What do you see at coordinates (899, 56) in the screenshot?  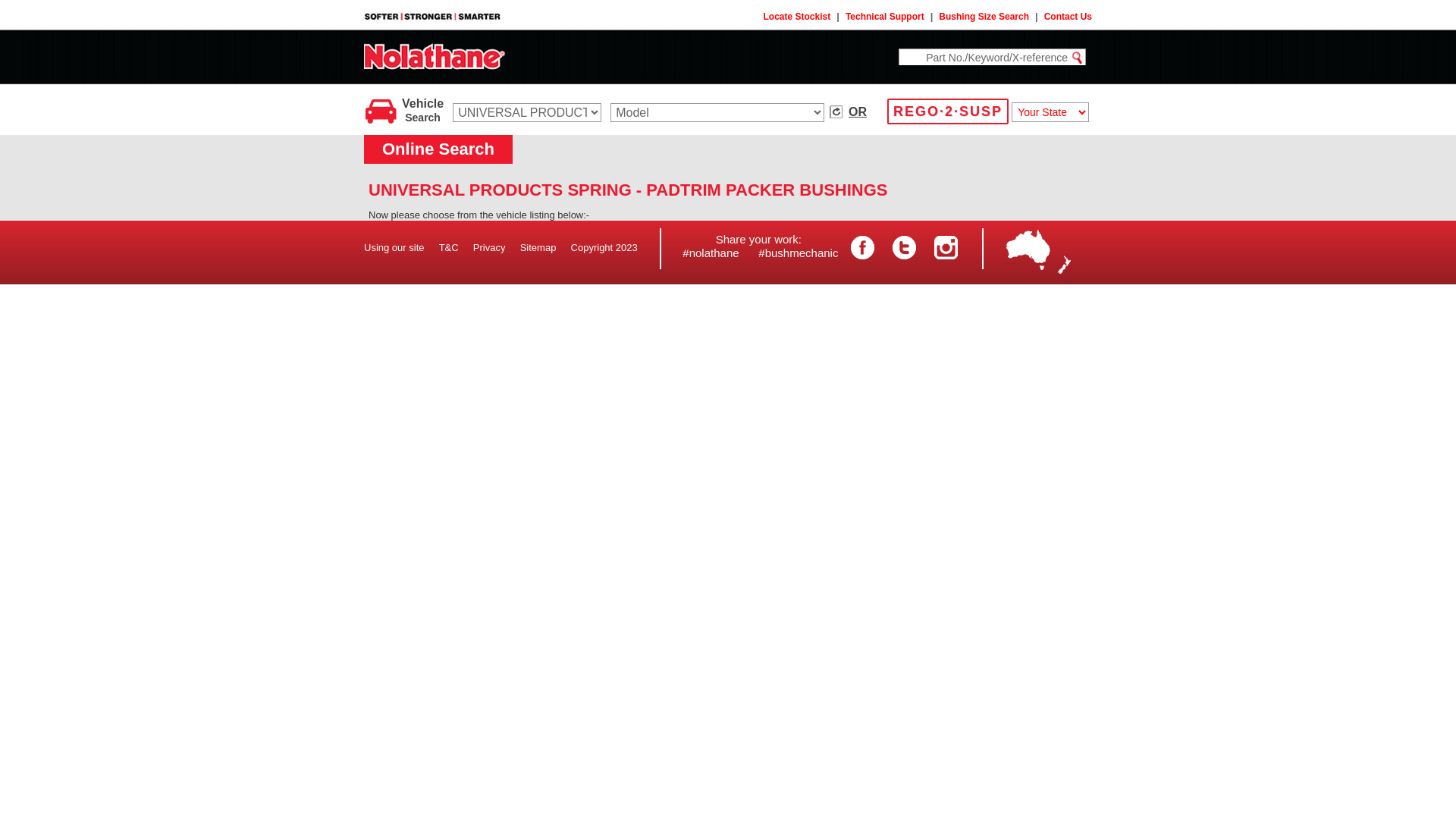 I see `'Part No./Keyword/X-reference'` at bounding box center [899, 56].